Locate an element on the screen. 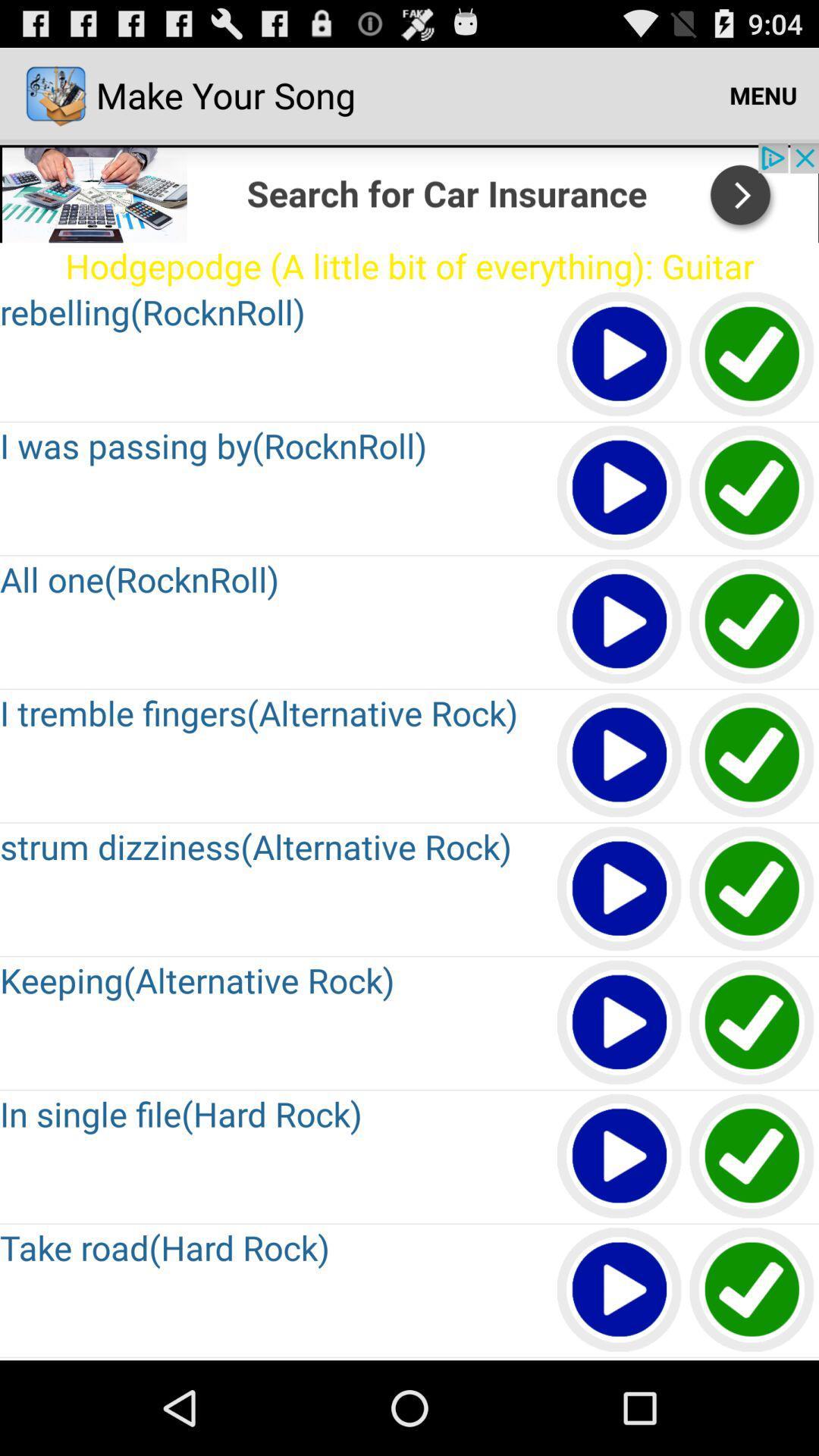  ok is located at coordinates (752, 756).